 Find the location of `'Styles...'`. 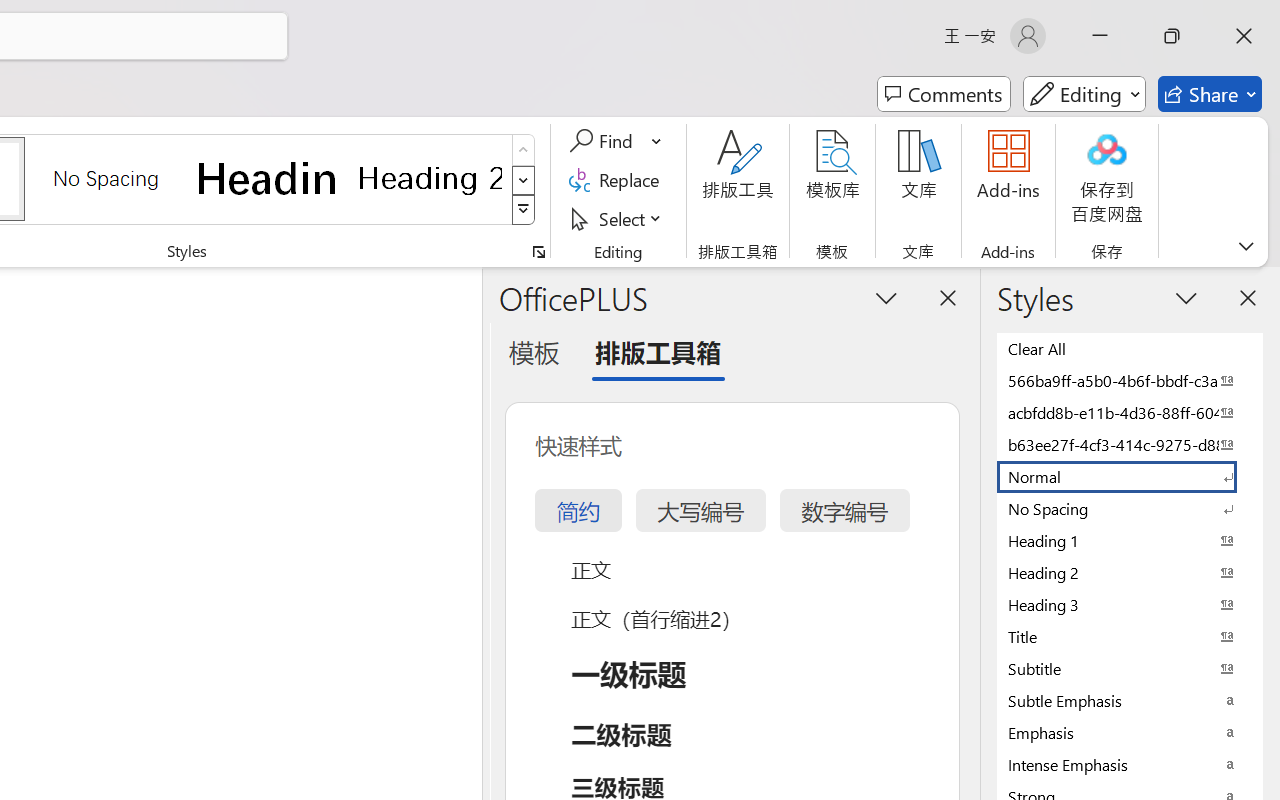

'Styles...' is located at coordinates (538, 251).